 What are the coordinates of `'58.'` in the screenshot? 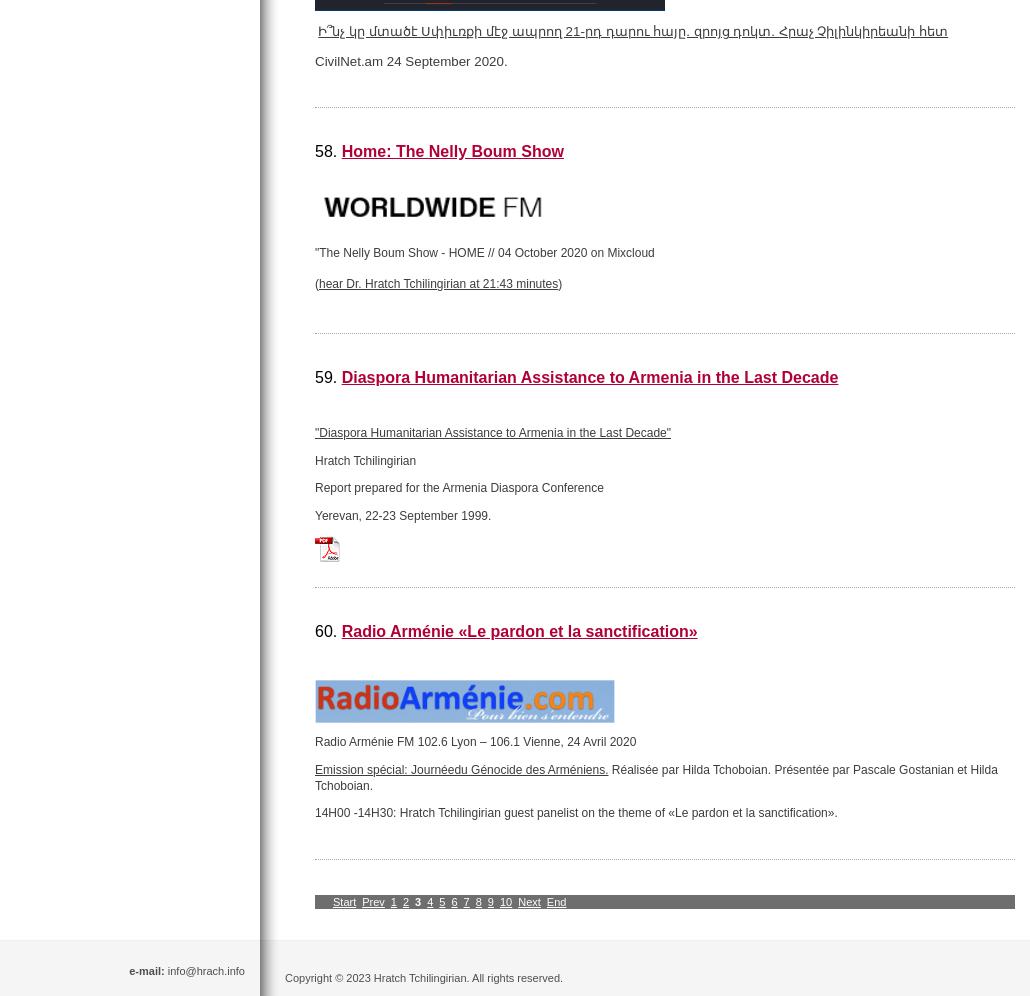 It's located at (326, 150).